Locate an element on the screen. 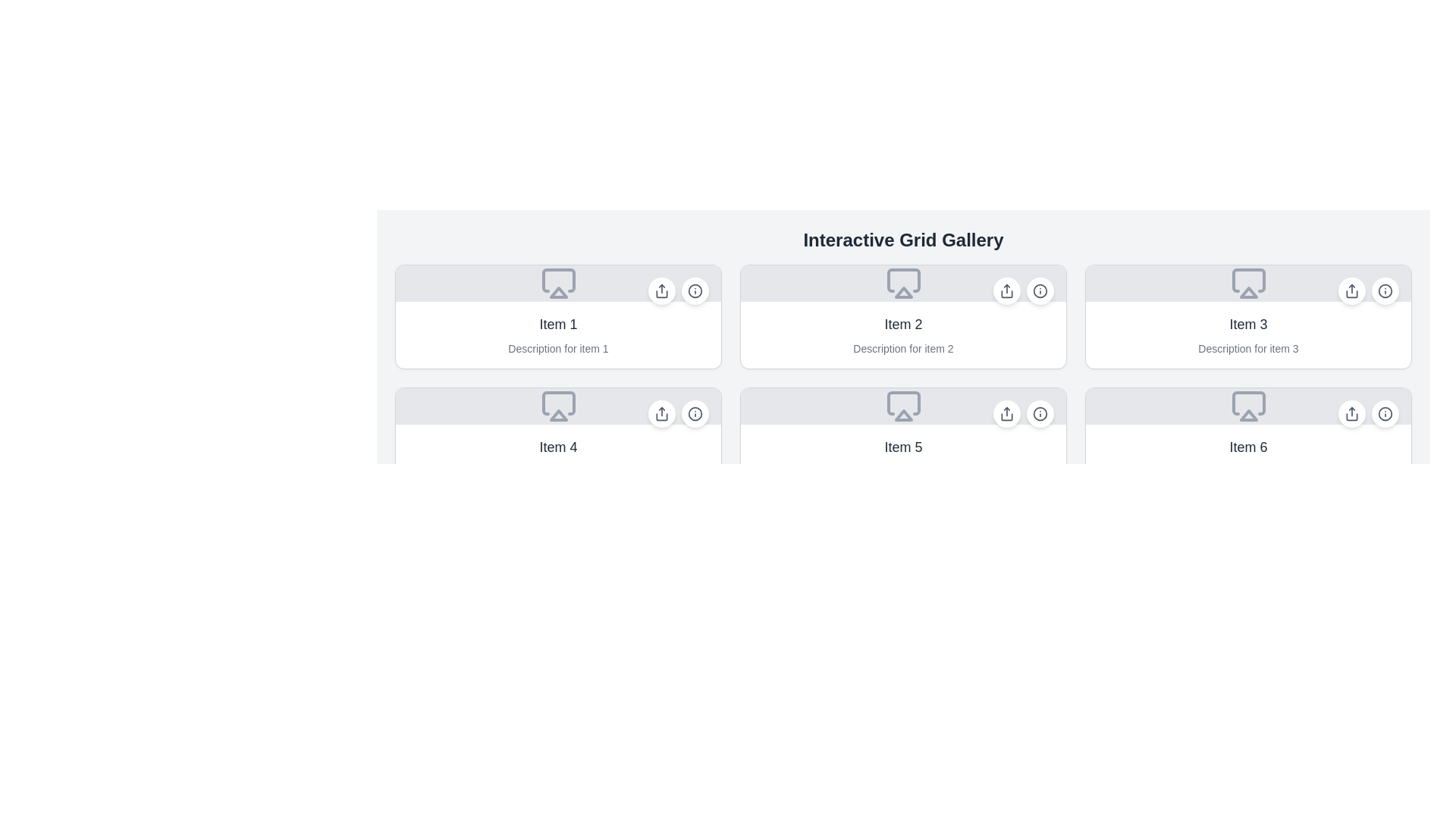  the text label that provides a brief description related to 'Item 4', located directly below the heading text 'Item 4' in the bottom-left section of the grid layout is located at coordinates (557, 470).